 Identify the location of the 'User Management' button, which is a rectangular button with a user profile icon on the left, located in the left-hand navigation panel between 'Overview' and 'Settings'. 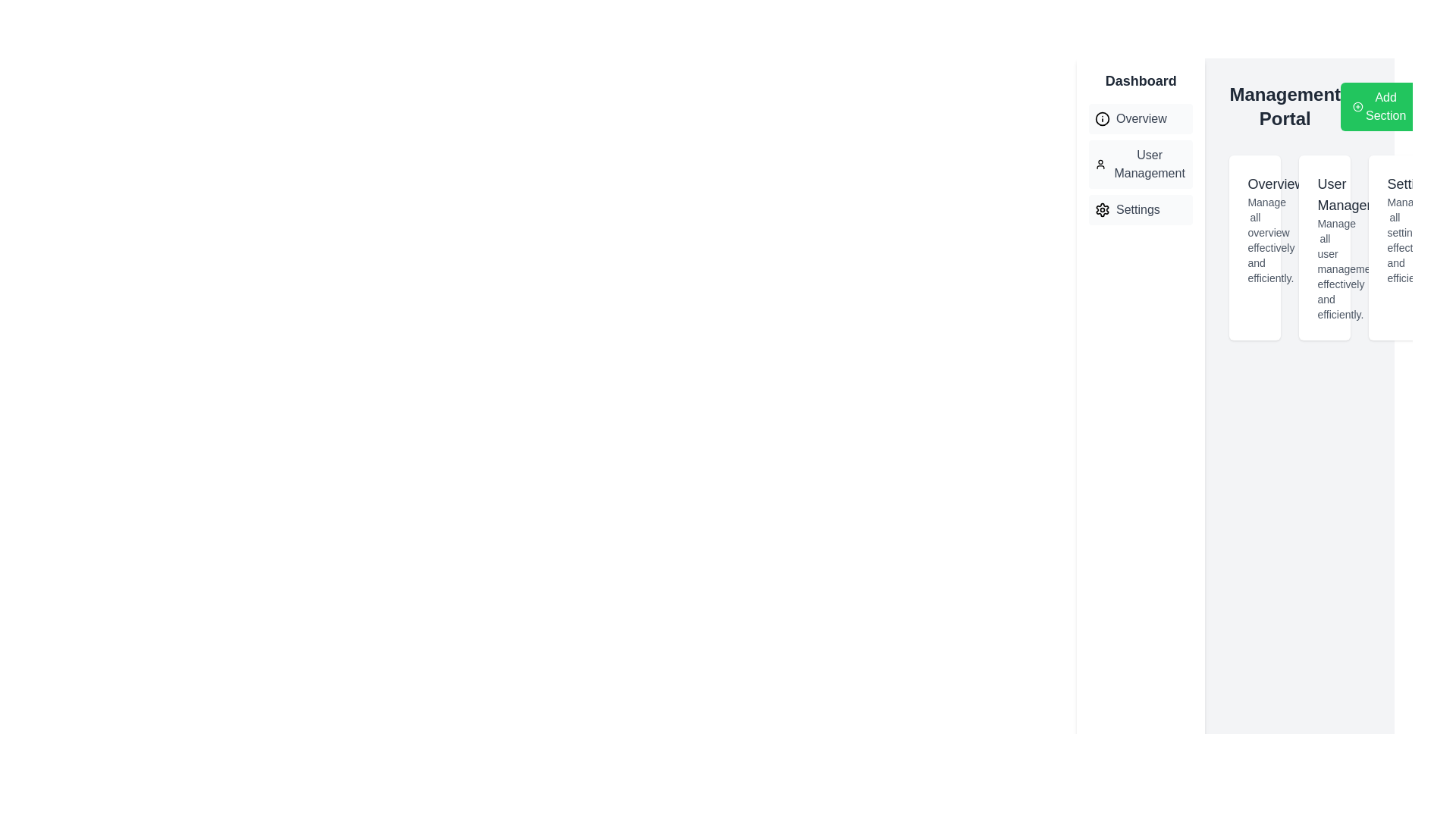
(1141, 164).